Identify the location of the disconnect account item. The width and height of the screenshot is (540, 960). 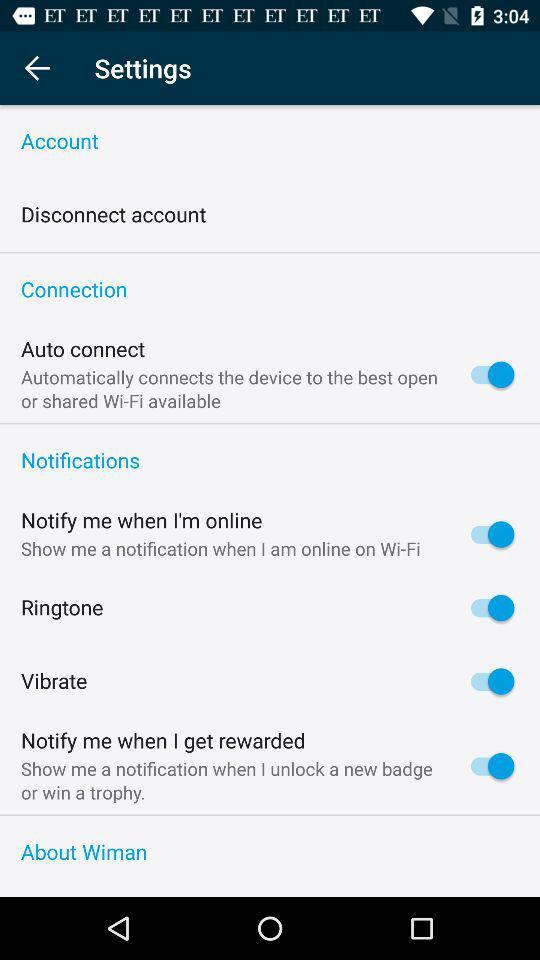
(113, 215).